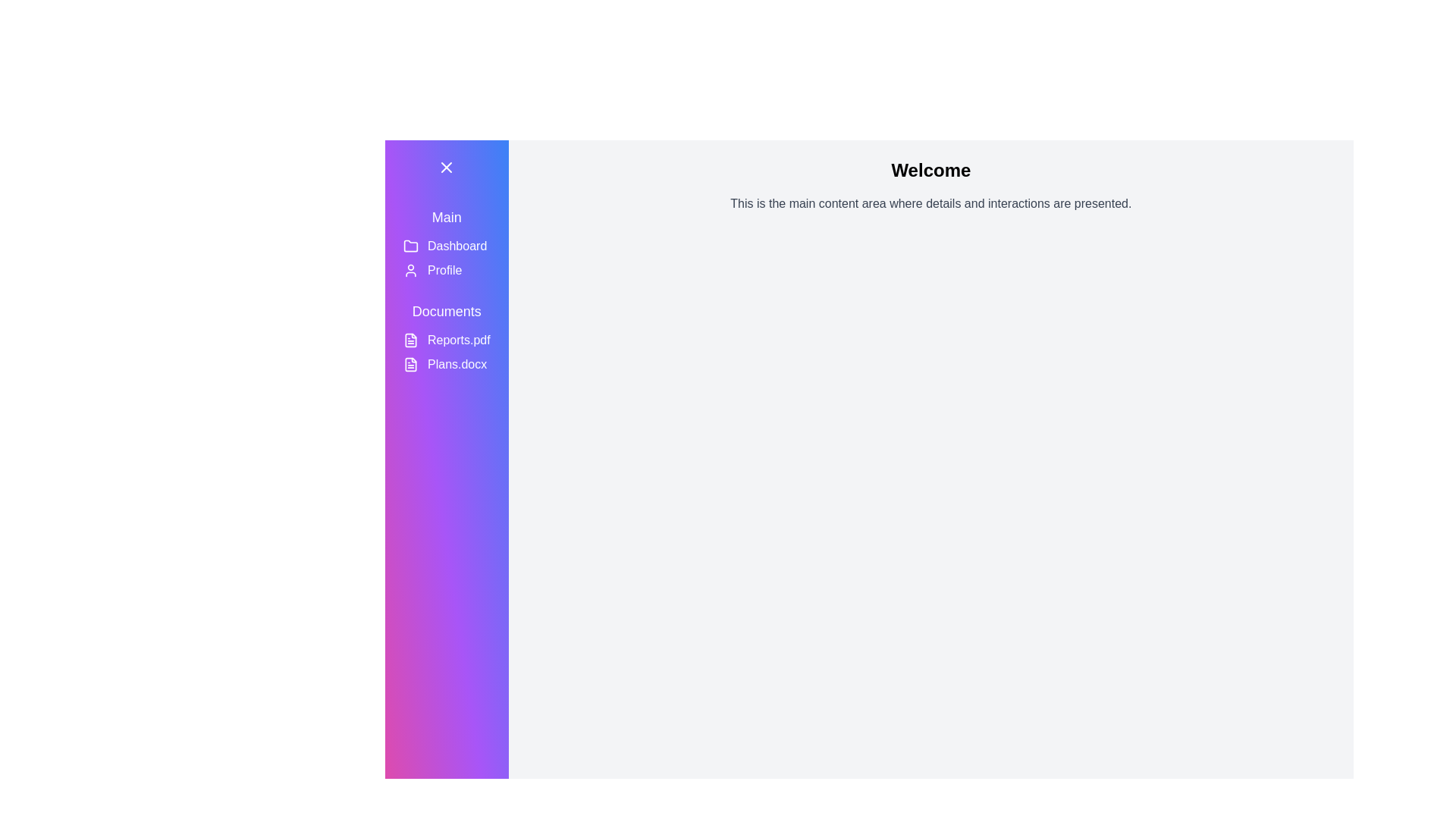  Describe the element at coordinates (446, 311) in the screenshot. I see `the text label displaying 'Documents' in bold font style, located in the vertical navigation bar with a gradient background, positioned between 'Profile' and 'Reports.pdf'` at that location.